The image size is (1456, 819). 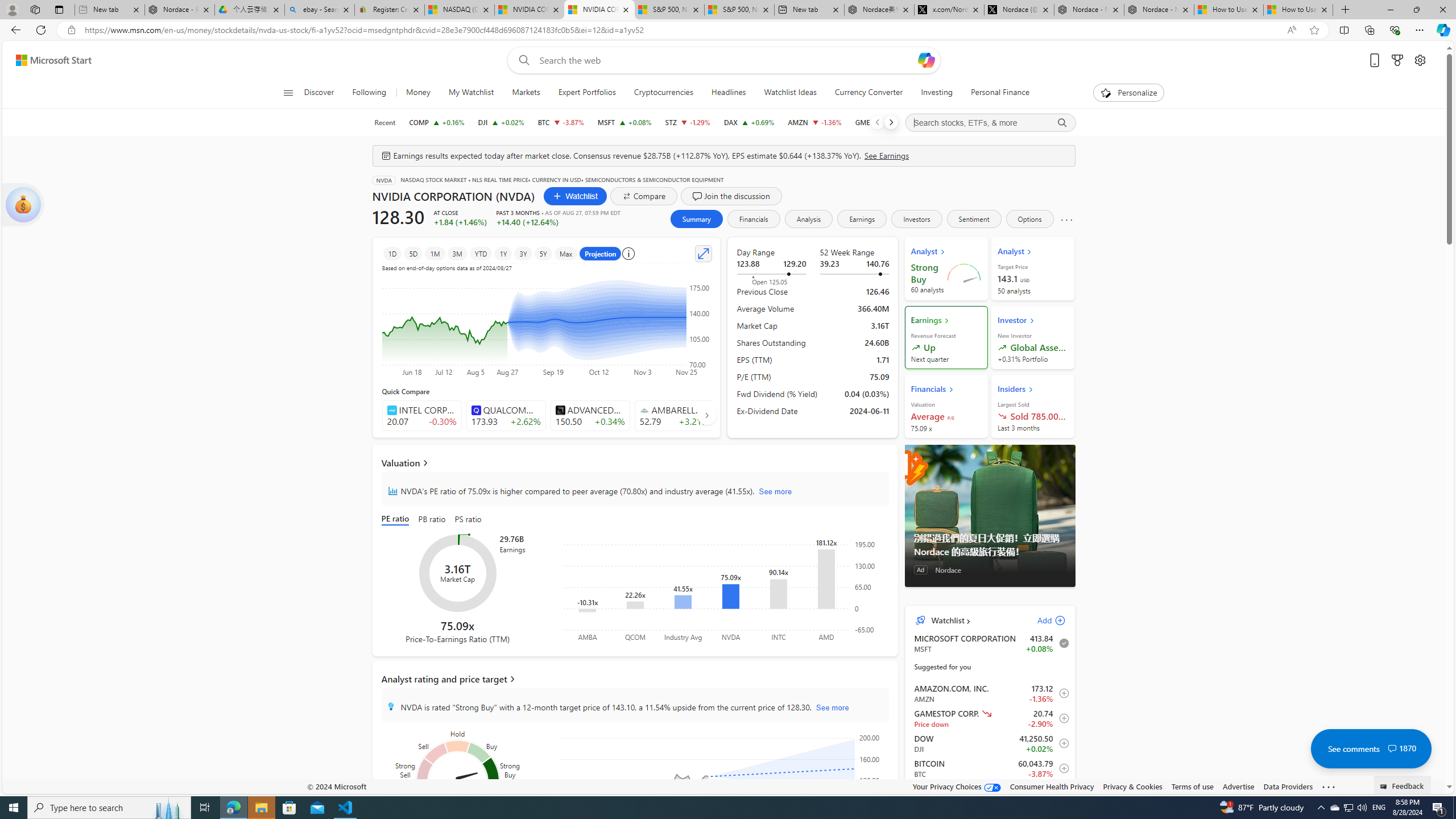 I want to click on 'Financials', so click(x=753, y=218).